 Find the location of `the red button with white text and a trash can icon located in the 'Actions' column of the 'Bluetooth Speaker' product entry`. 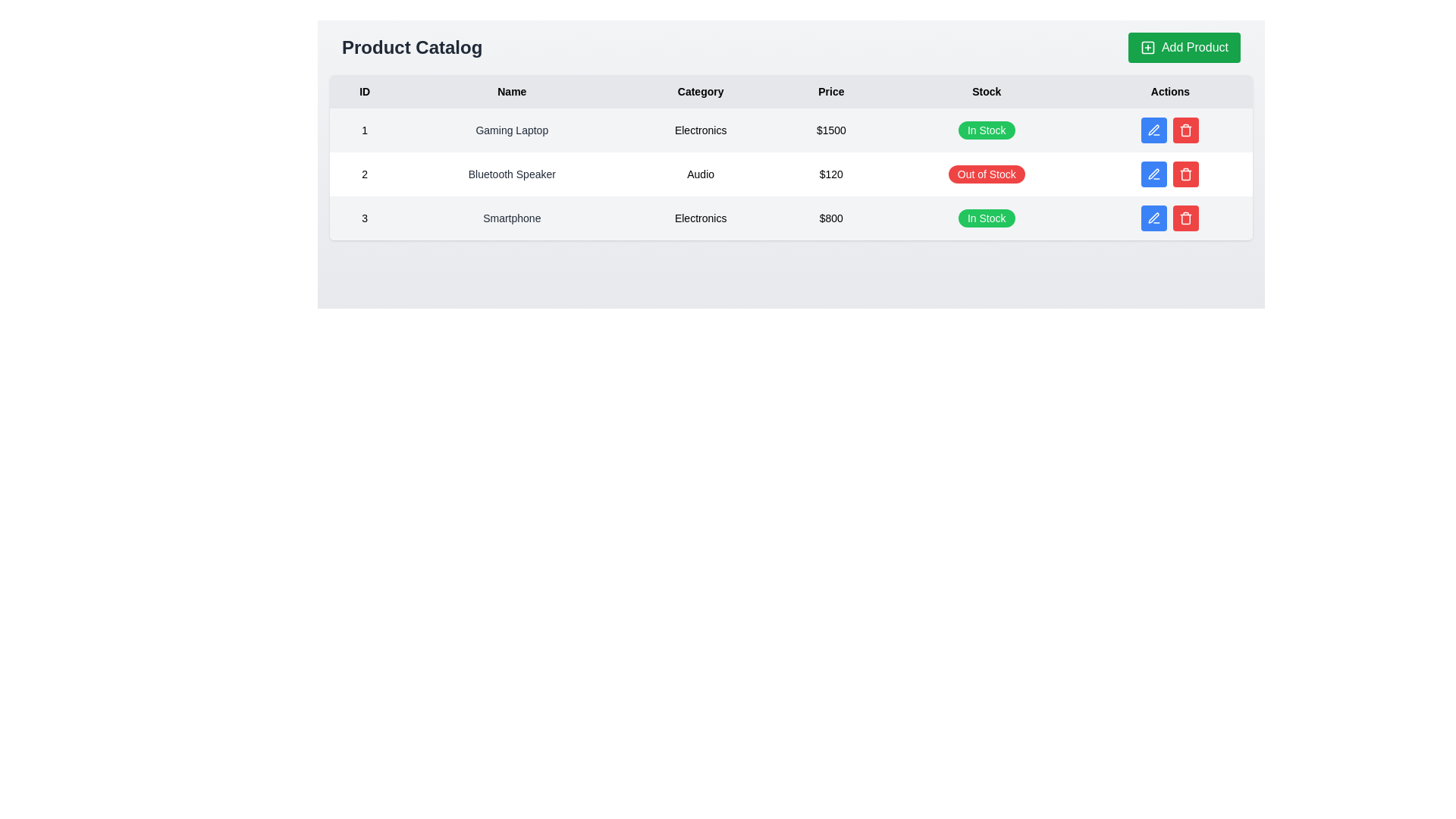

the red button with white text and a trash can icon located in the 'Actions' column of the 'Bluetooth Speaker' product entry is located at coordinates (1185, 130).